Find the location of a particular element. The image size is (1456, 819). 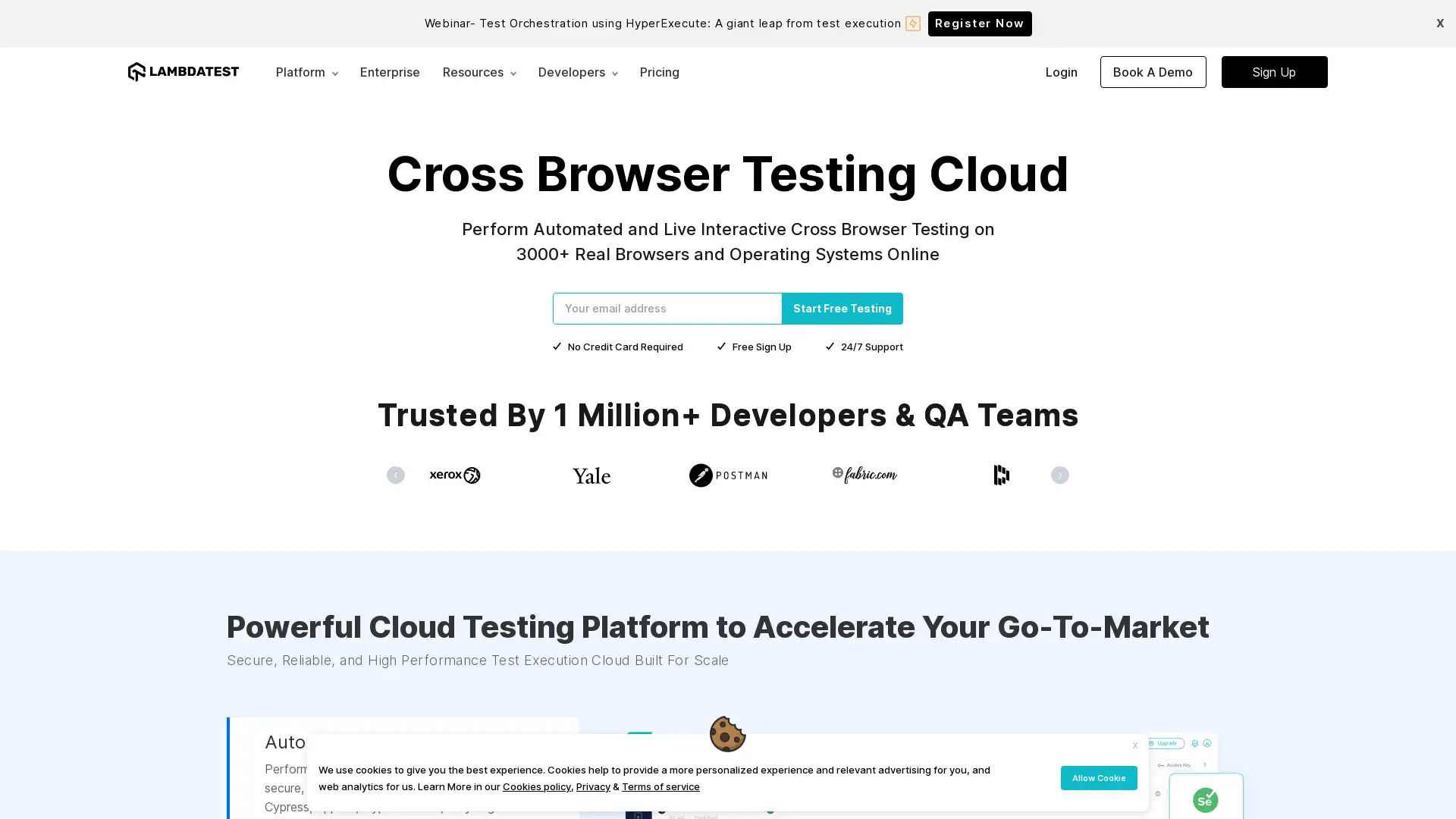

Automated Testing is located at coordinates (345, 774).